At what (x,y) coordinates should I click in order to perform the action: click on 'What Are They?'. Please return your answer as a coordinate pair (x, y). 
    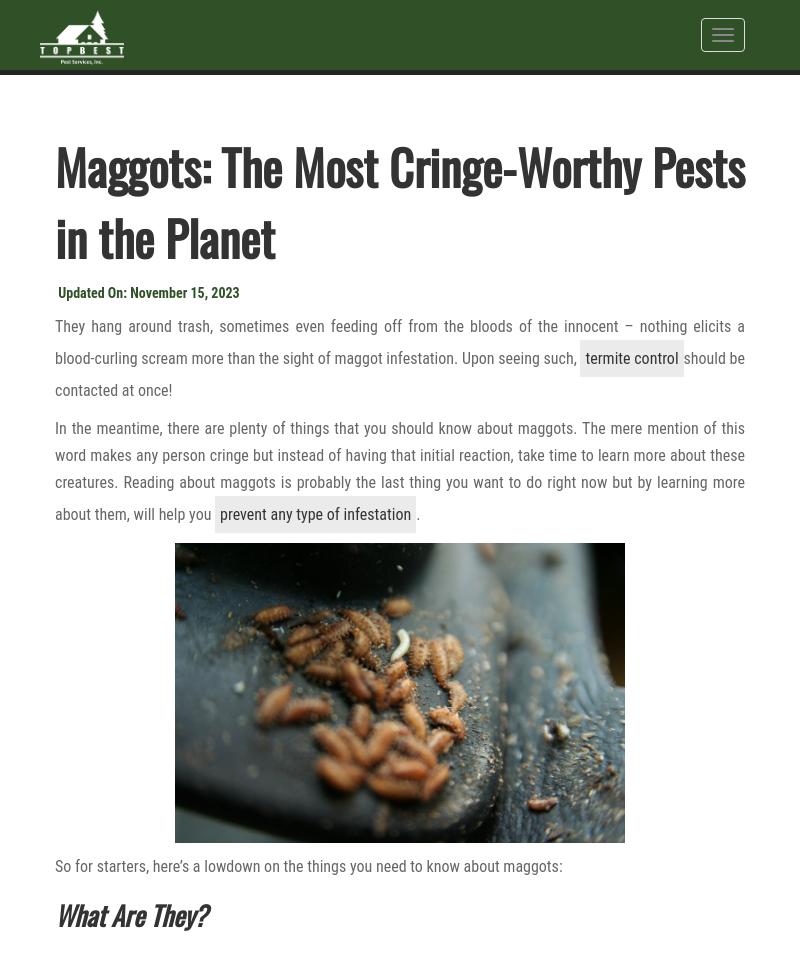
    Looking at the image, I should click on (130, 912).